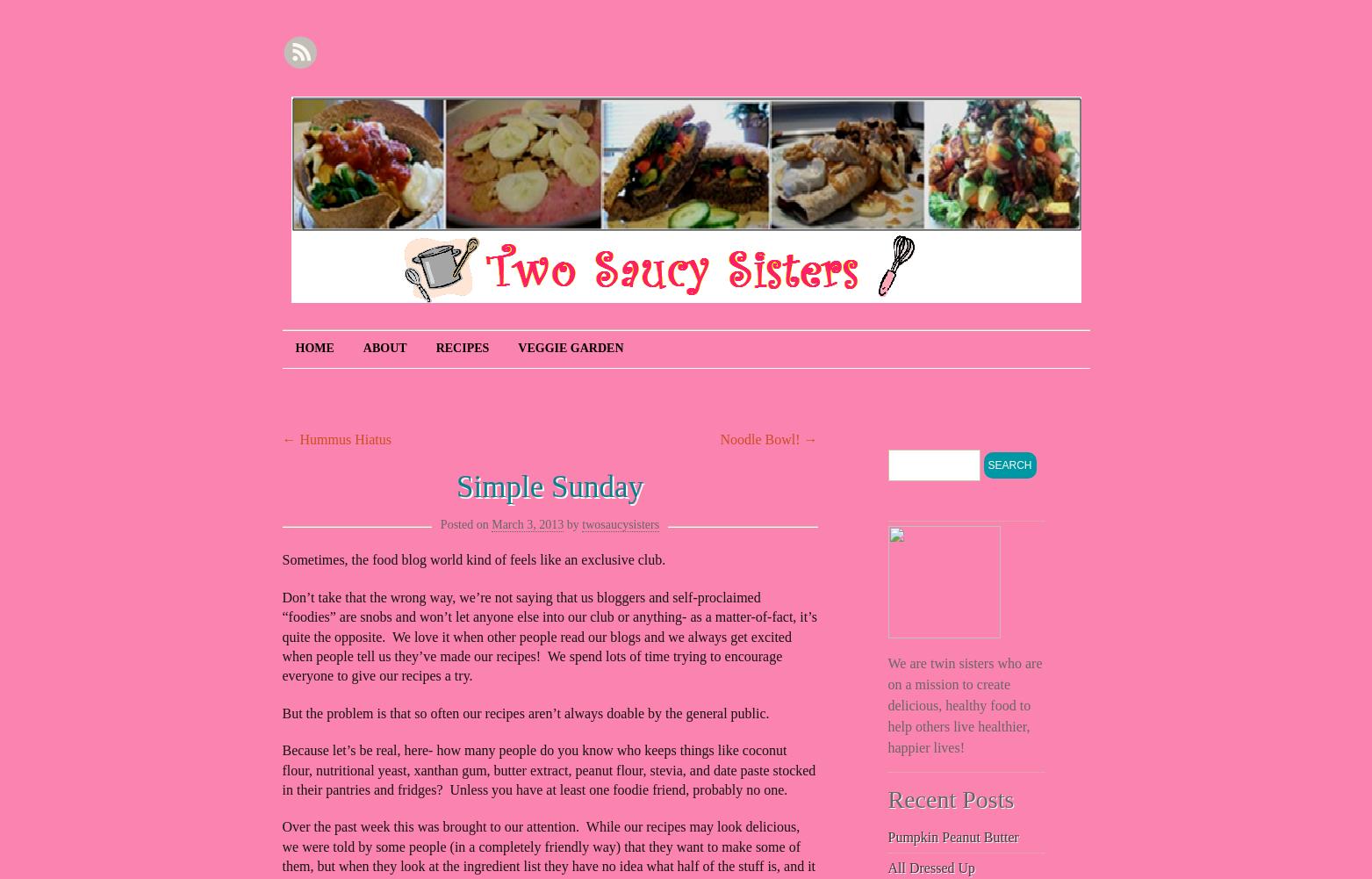  Describe the element at coordinates (463, 523) in the screenshot. I see `'Posted on'` at that location.